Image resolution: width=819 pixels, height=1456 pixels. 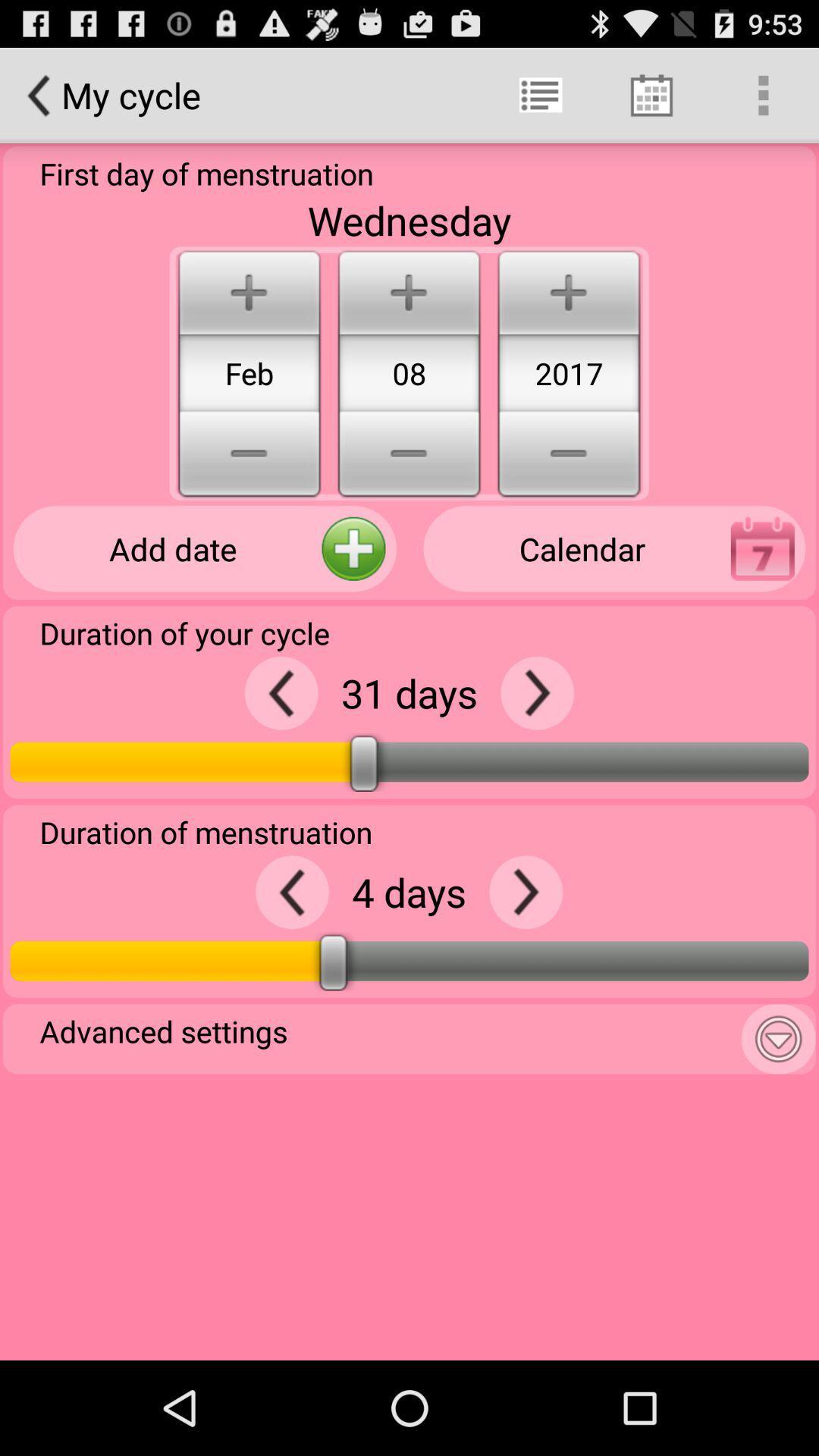 I want to click on the expand_more icon, so click(x=778, y=1112).